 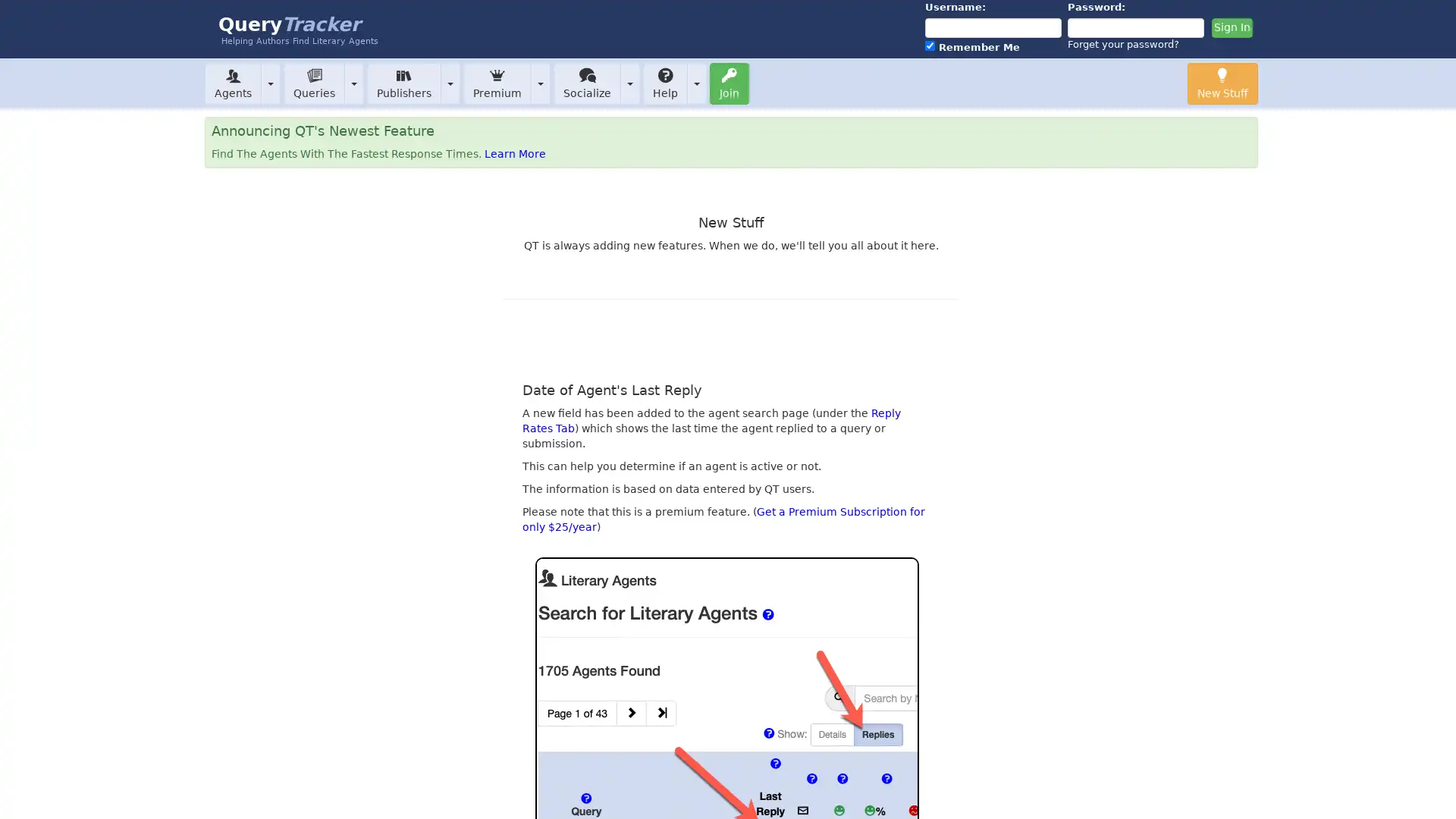 I want to click on Toggle Dropdown, so click(x=270, y=83).